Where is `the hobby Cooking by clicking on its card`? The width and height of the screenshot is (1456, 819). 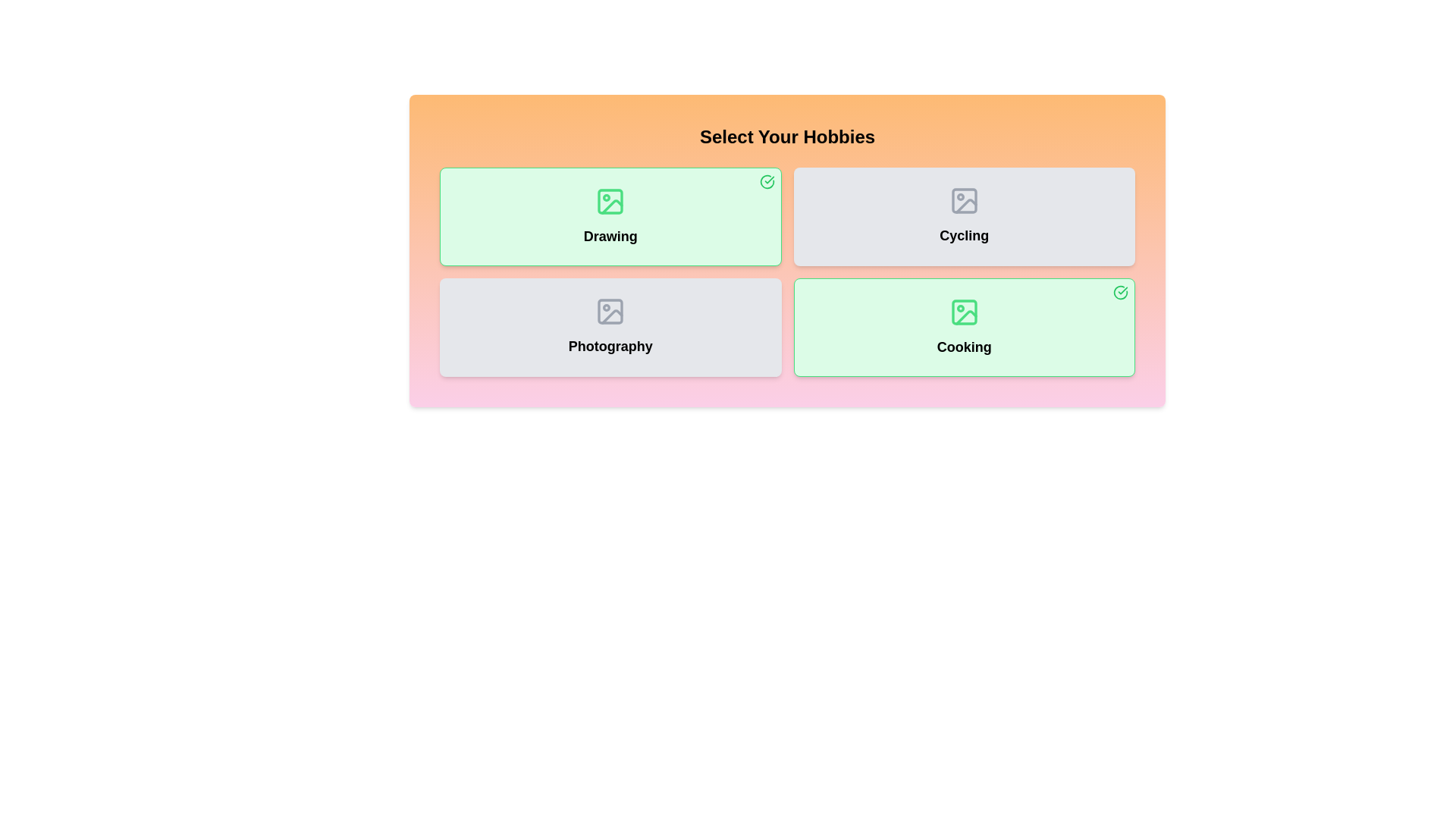 the hobby Cooking by clicking on its card is located at coordinates (963, 327).